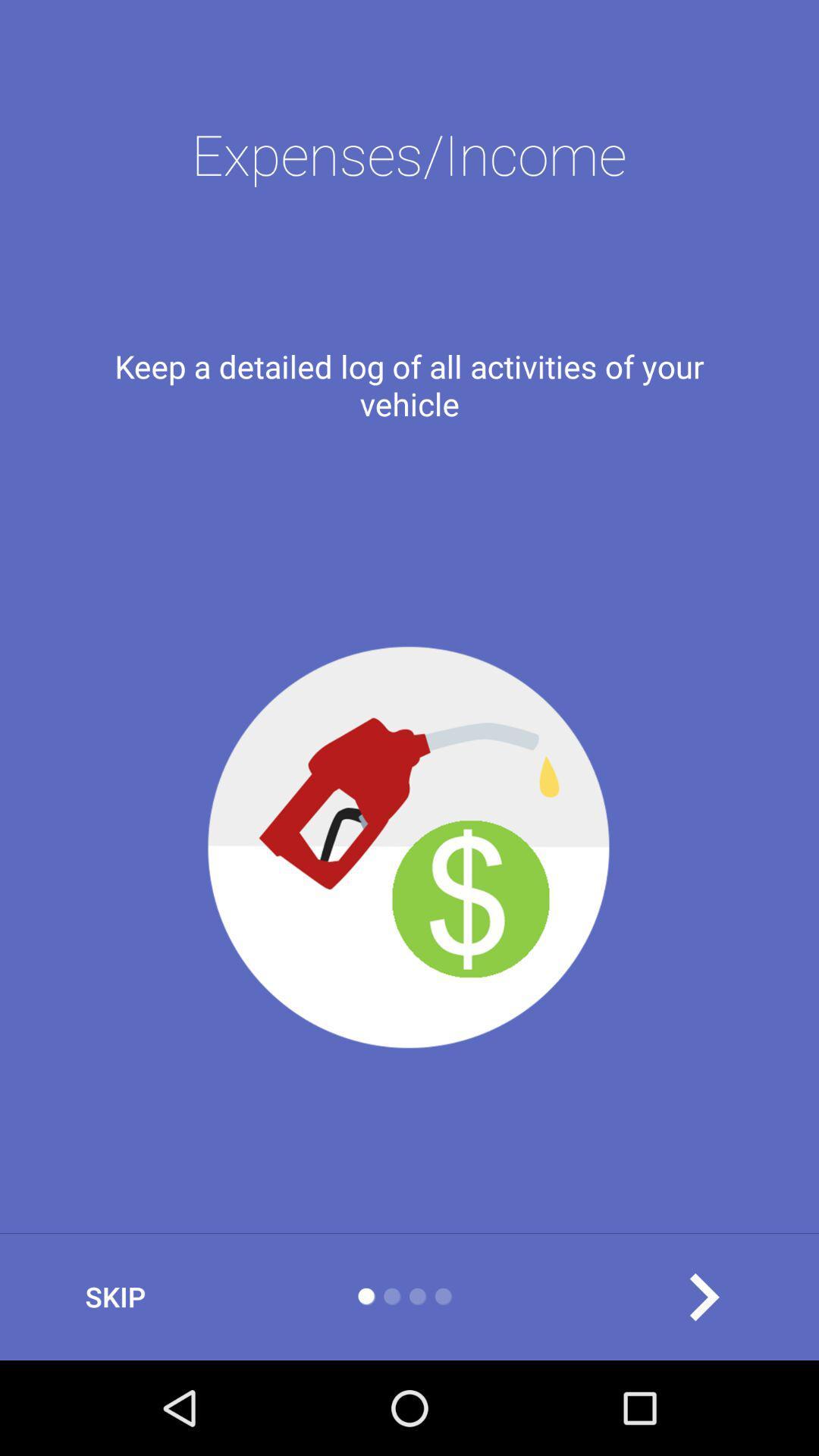 This screenshot has height=1456, width=819. Describe the element at coordinates (115, 1296) in the screenshot. I see `the skip` at that location.